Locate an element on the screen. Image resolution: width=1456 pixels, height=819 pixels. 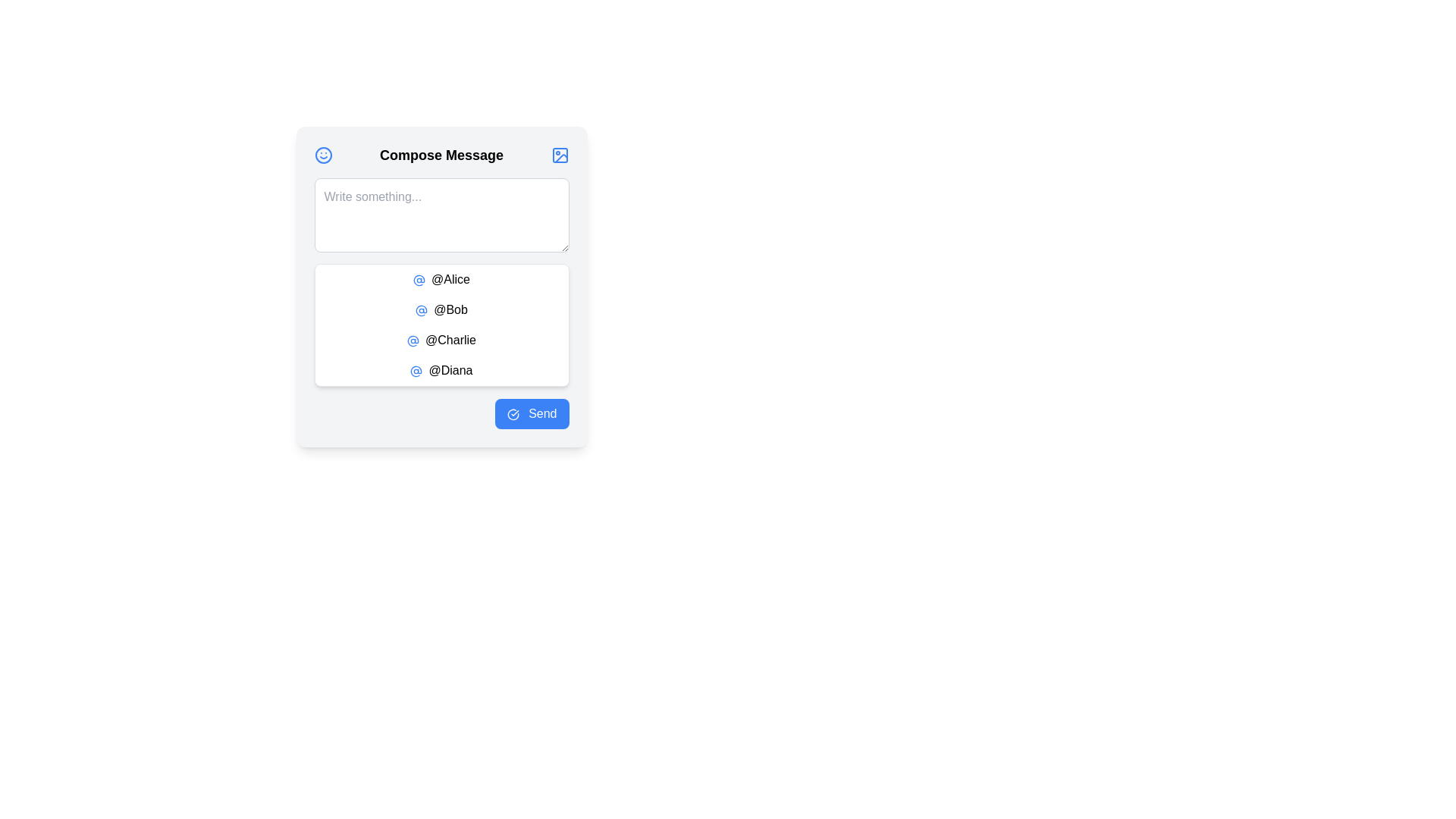
the label or heading text that provides context for the message composing interface, located at the top of the interface, centered horizontally is located at coordinates (441, 155).